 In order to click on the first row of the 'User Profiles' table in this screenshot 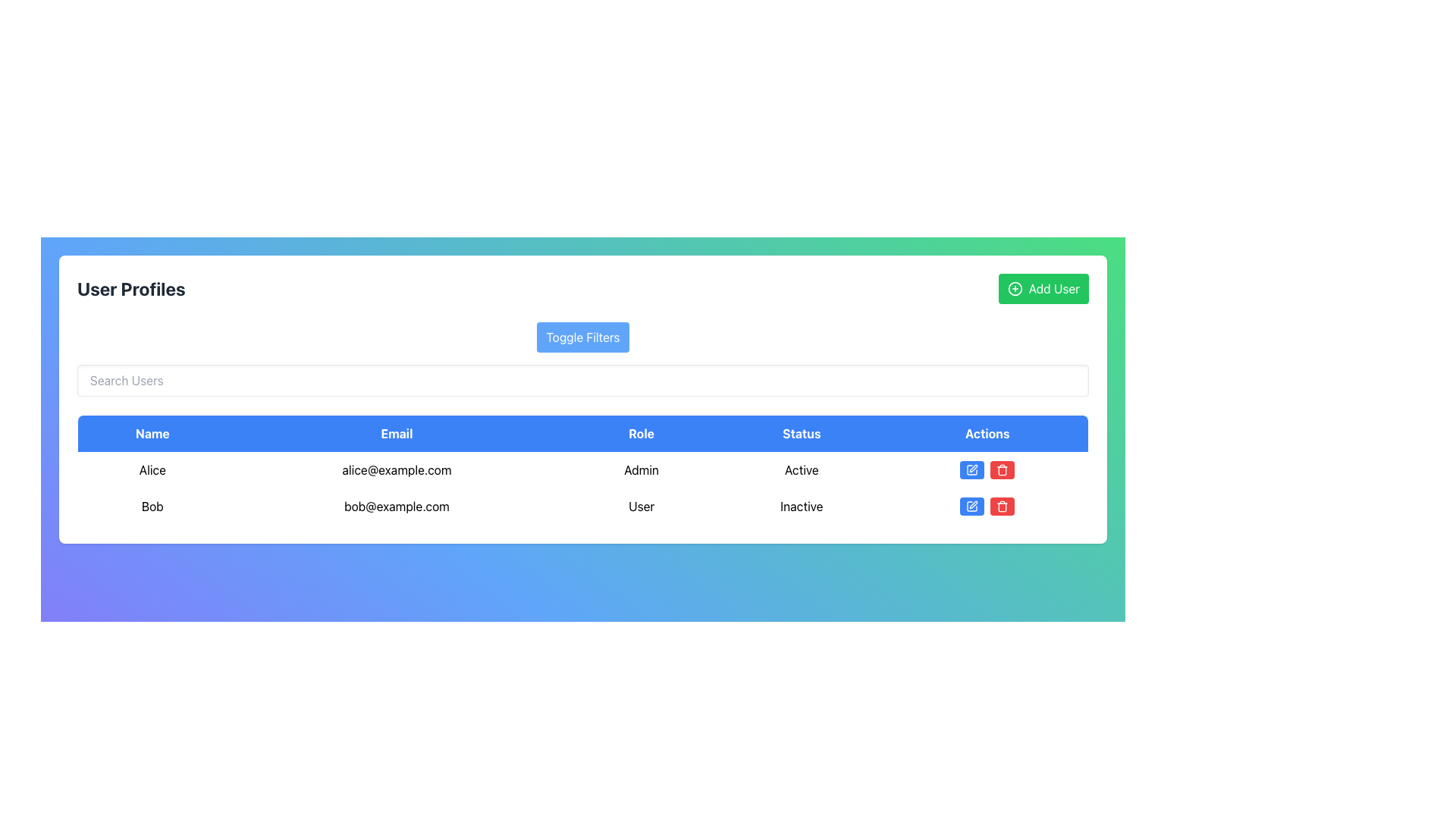, I will do `click(582, 469)`.